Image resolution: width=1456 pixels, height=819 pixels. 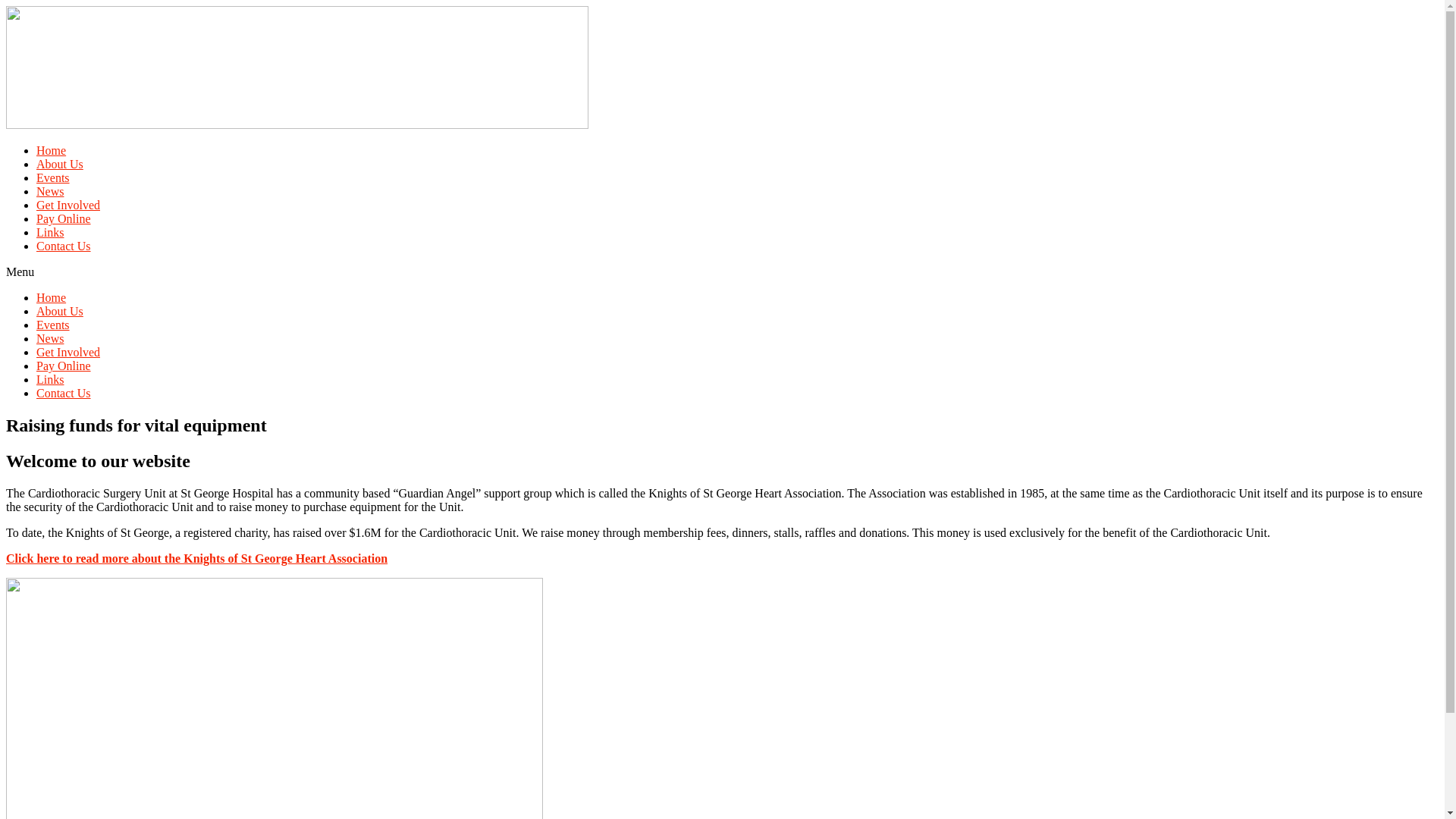 What do you see at coordinates (62, 392) in the screenshot?
I see `'Contact Us'` at bounding box center [62, 392].